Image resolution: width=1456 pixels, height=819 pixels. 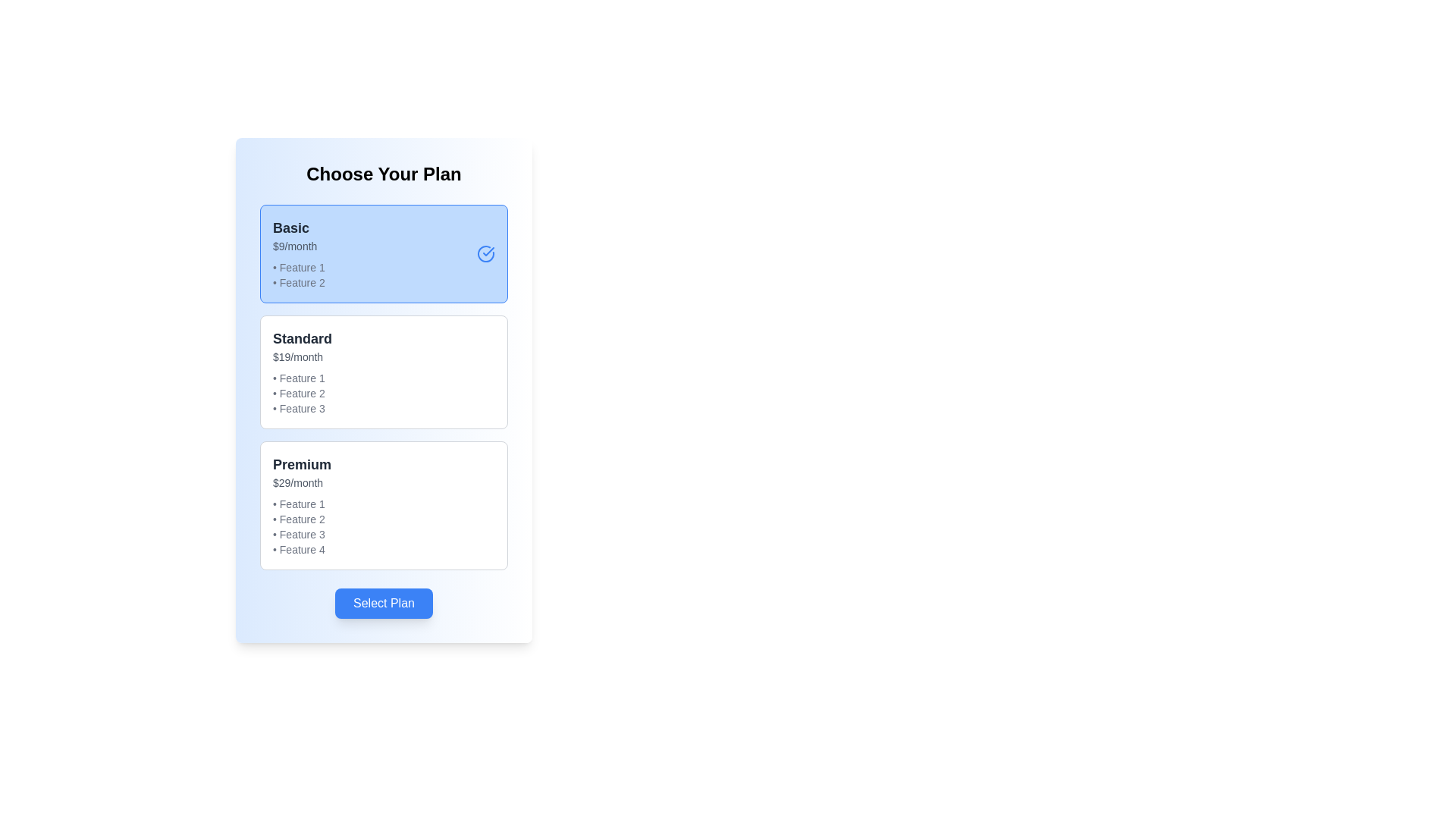 What do you see at coordinates (384, 253) in the screenshot?
I see `the 'Basic' pricing plan selection card, which is the first card in the pricing selection section with a blue background` at bounding box center [384, 253].